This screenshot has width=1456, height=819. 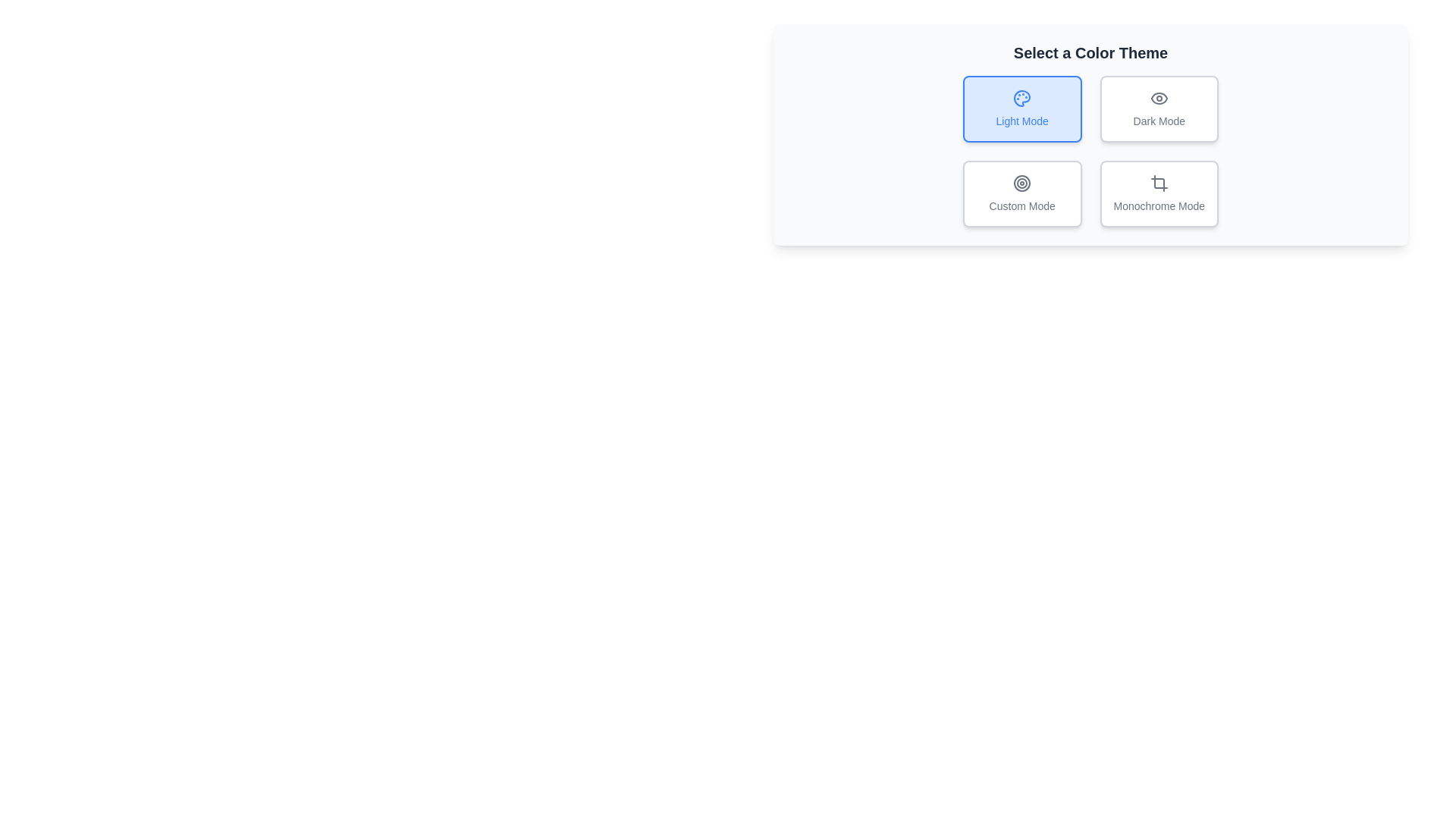 I want to click on the theme by clicking on the button corresponding to Monochrome Mode, so click(x=1158, y=193).